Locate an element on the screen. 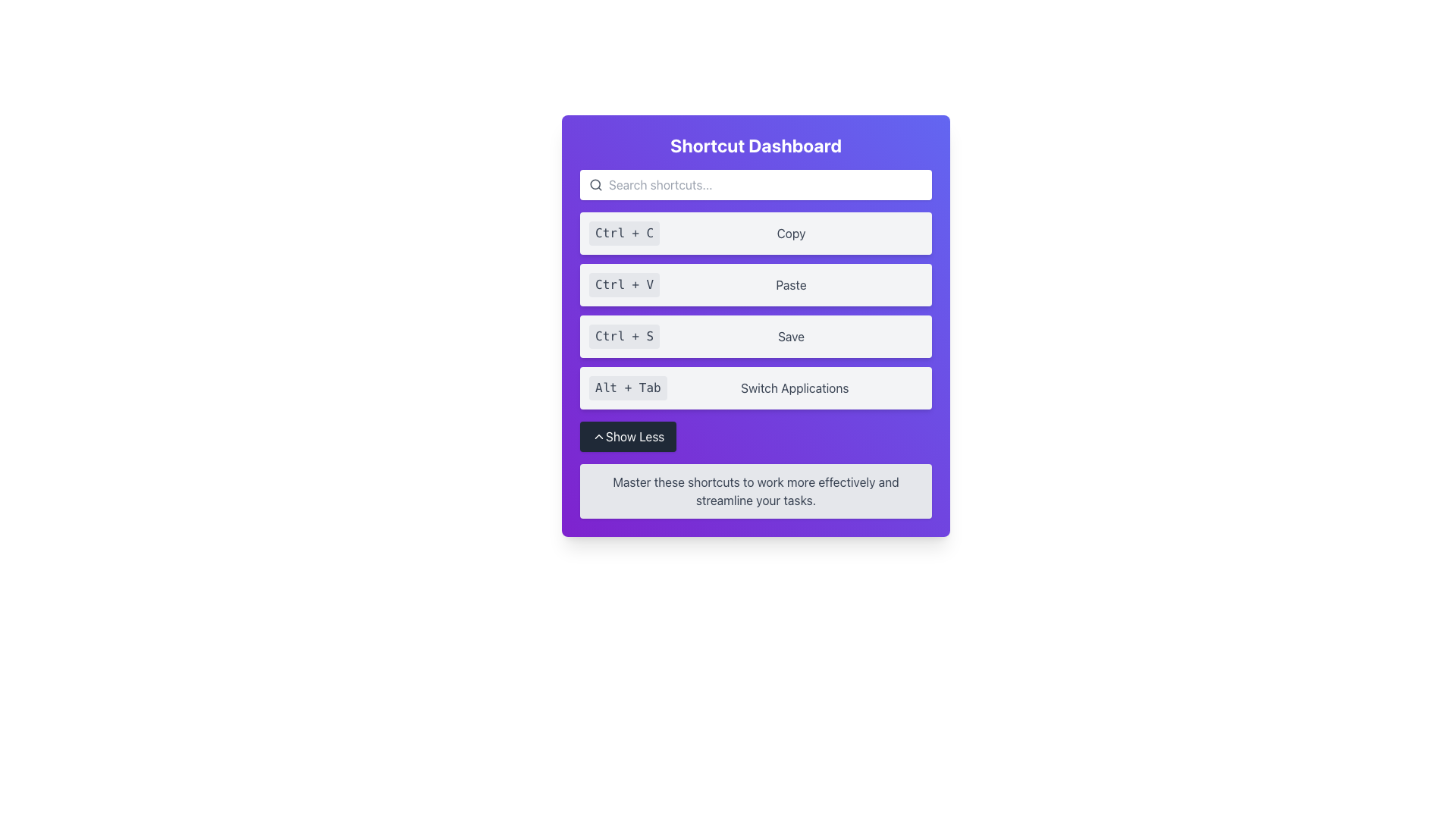 The height and width of the screenshot is (819, 1456). the 'Show Less' button with a dark gray background and white text is located at coordinates (628, 436).